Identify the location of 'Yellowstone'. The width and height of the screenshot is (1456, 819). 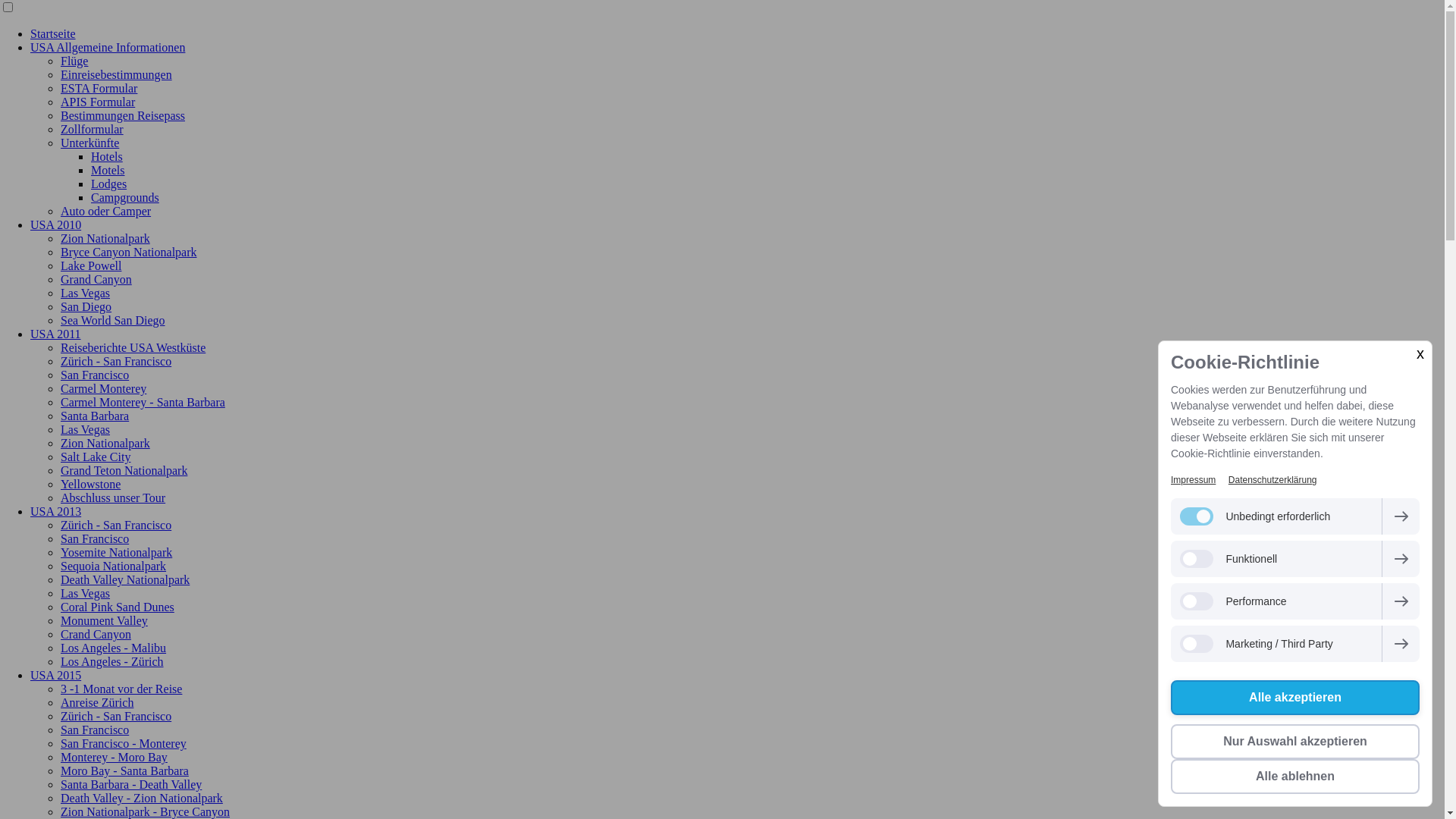
(89, 484).